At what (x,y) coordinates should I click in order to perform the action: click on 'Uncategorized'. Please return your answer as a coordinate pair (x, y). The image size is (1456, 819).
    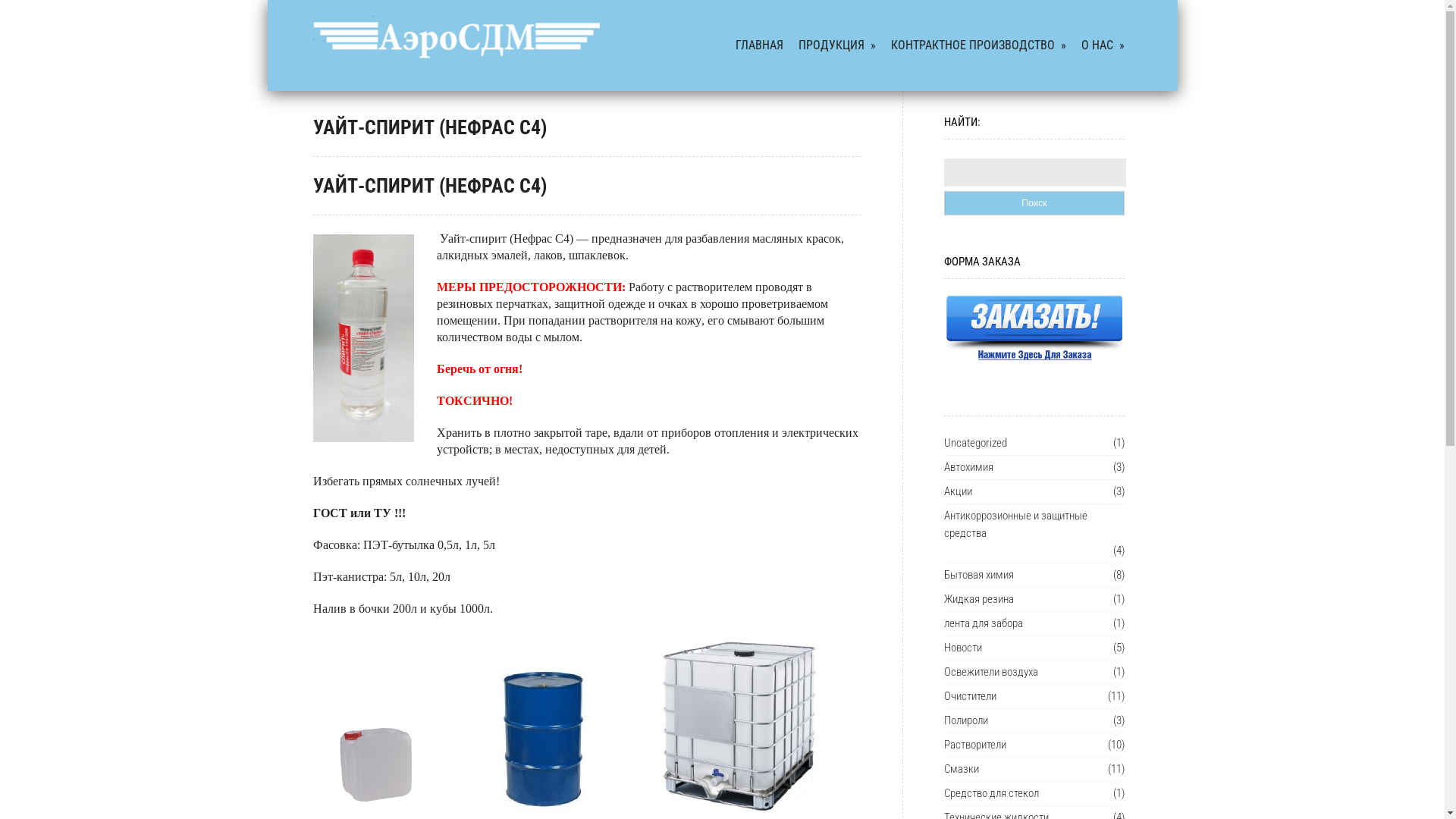
    Looking at the image, I should click on (943, 443).